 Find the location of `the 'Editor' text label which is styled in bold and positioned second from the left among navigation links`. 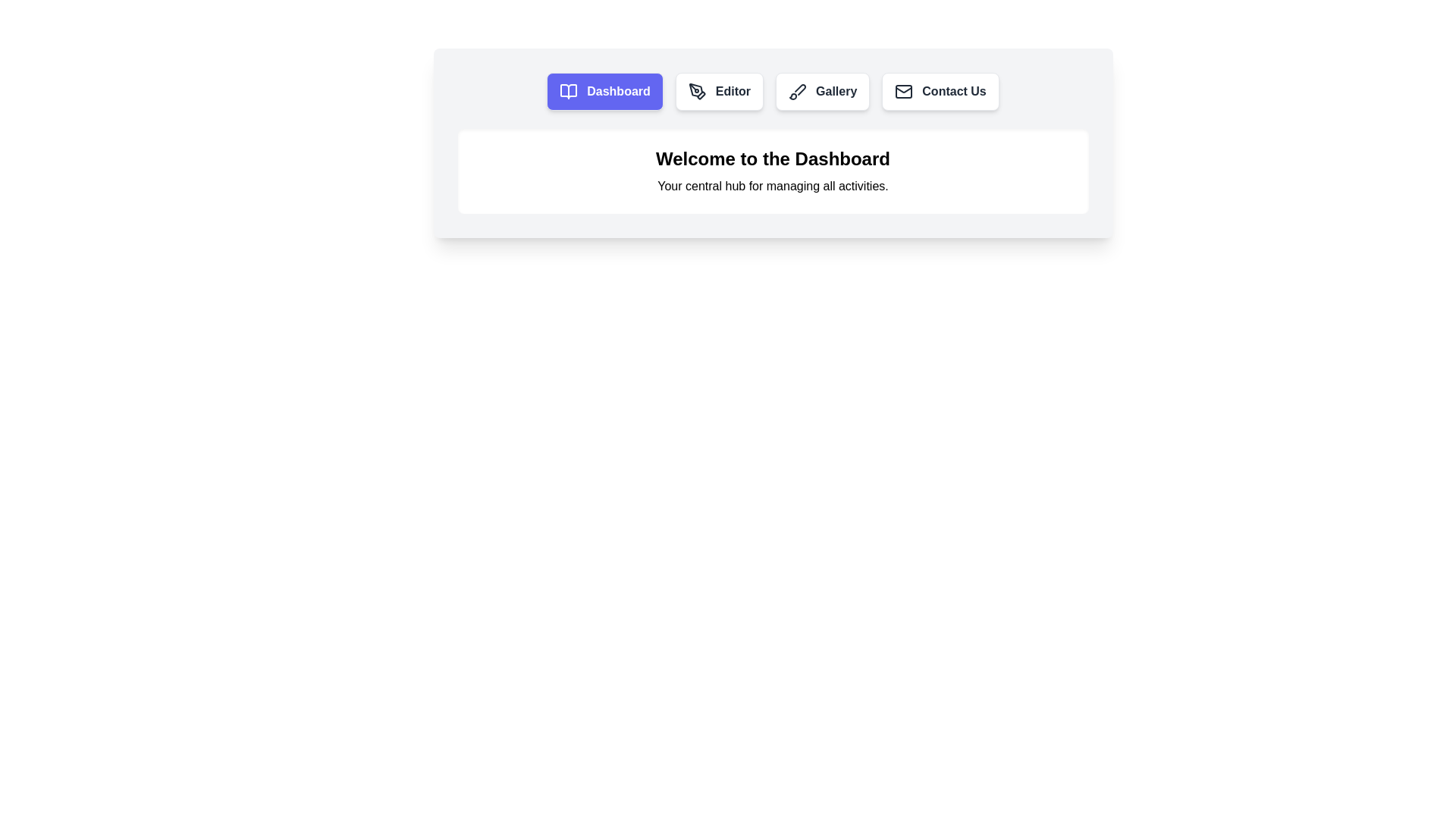

the 'Editor' text label which is styled in bold and positioned second from the left among navigation links is located at coordinates (733, 91).